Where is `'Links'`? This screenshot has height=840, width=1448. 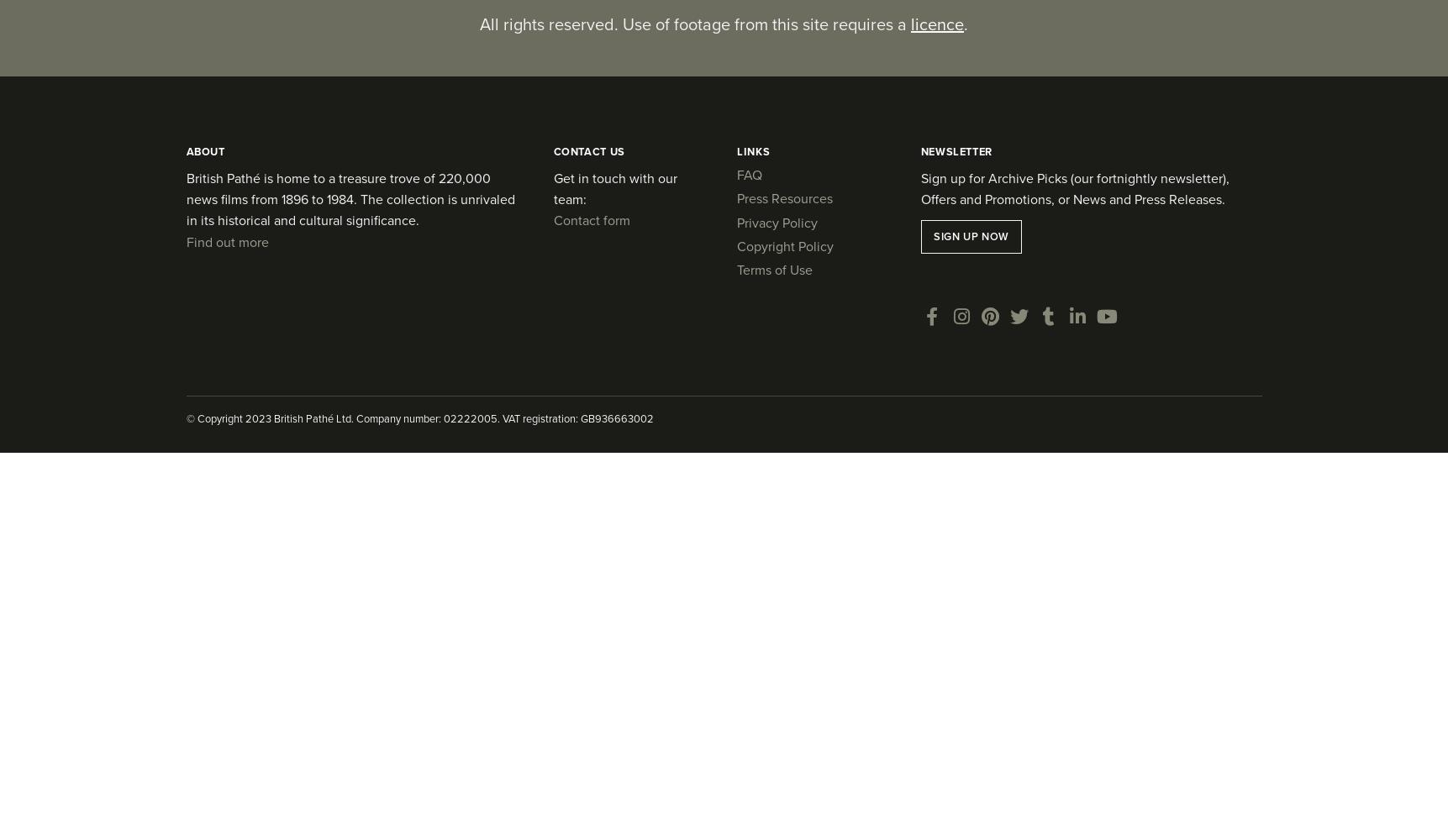 'Links' is located at coordinates (752, 150).